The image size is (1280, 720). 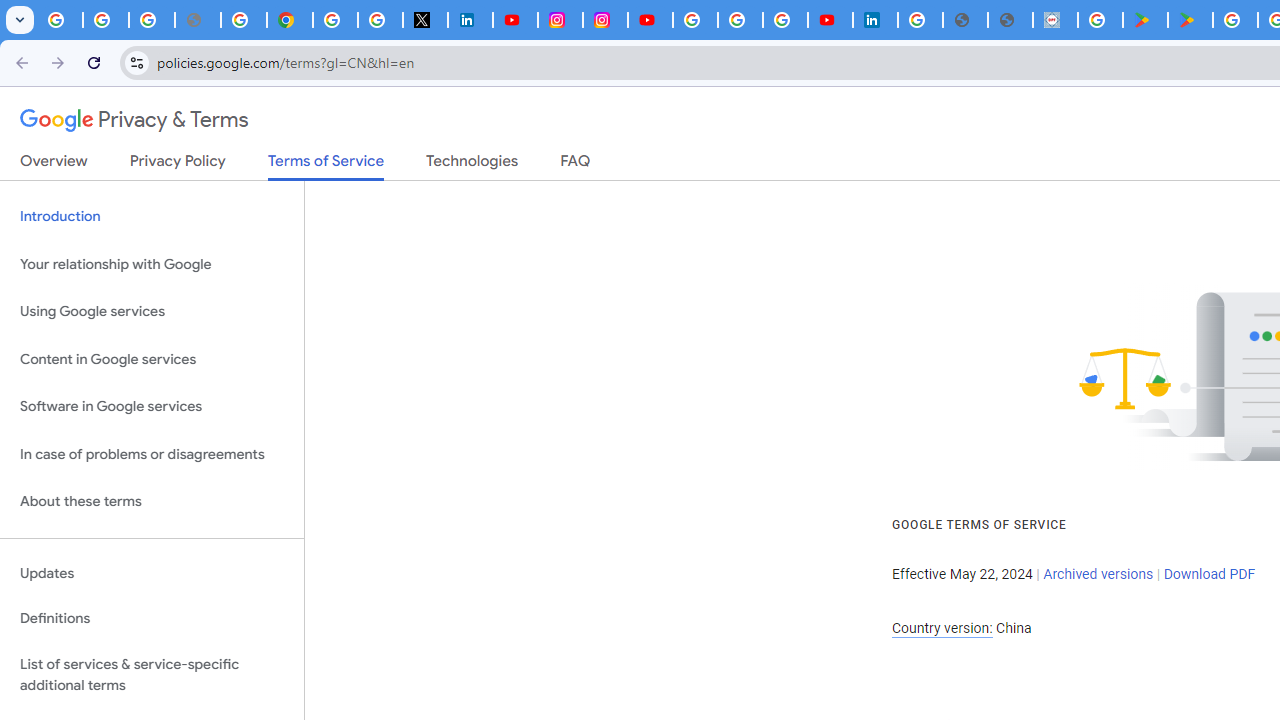 I want to click on 'Privacy Help Center - Policies Help', so click(x=243, y=20).